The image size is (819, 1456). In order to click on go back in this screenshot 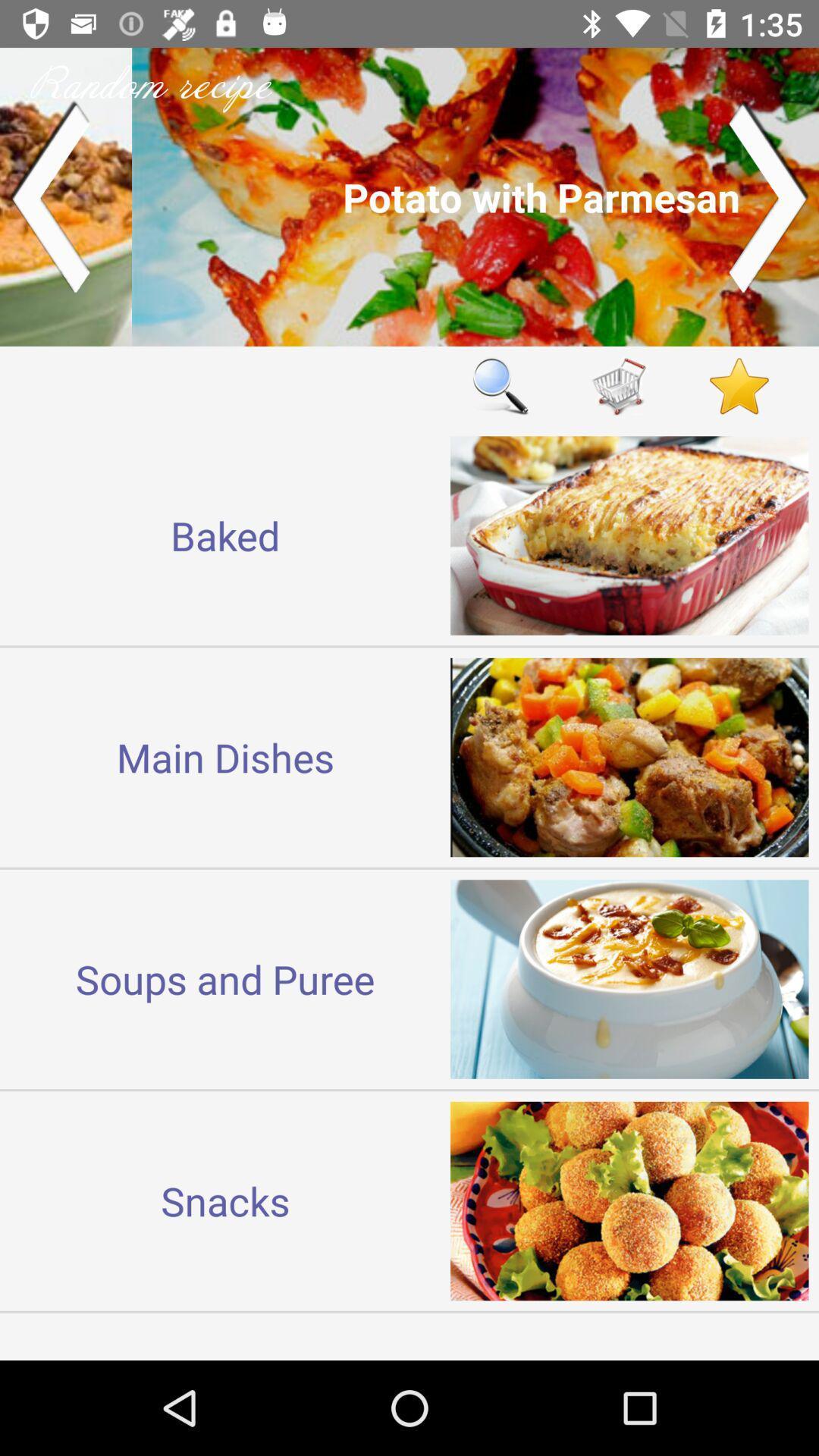, I will do `click(49, 196)`.